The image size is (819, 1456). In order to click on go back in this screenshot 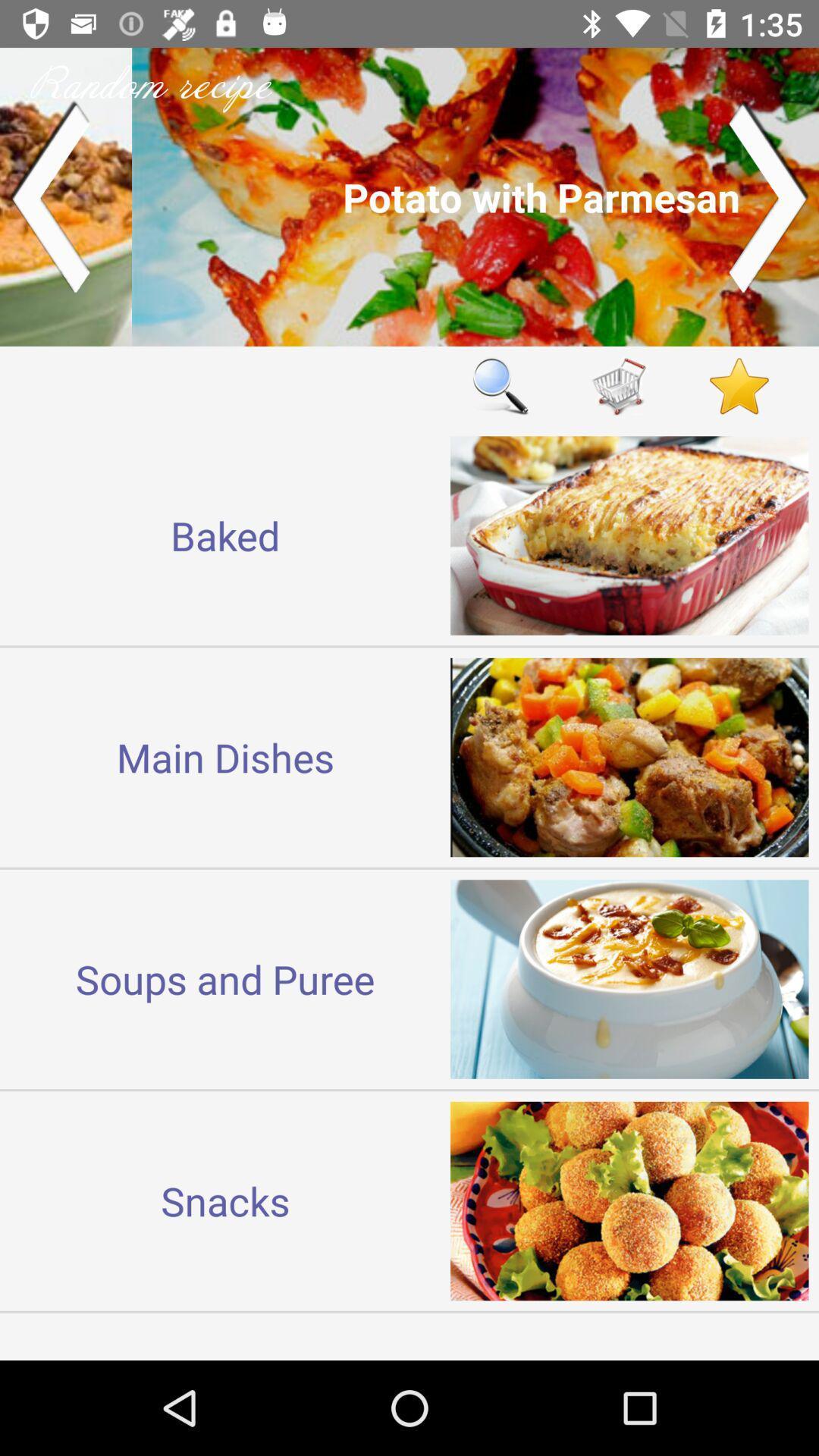, I will do `click(49, 196)`.